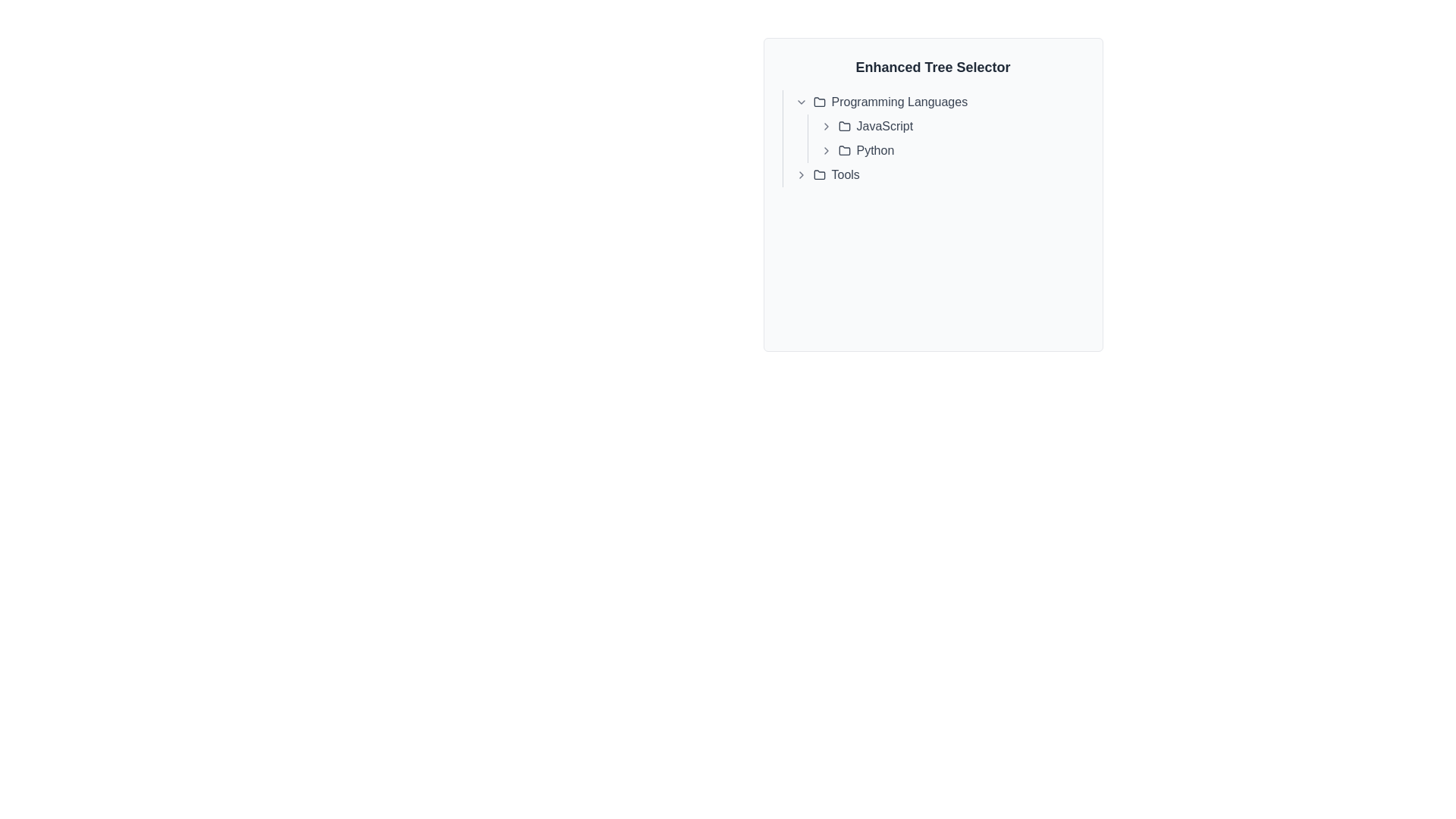  What do you see at coordinates (818, 174) in the screenshot?
I see `the folder icon located at the bottom-left area of the expanded menu panel, adjacent to the 'Tools' text` at bounding box center [818, 174].